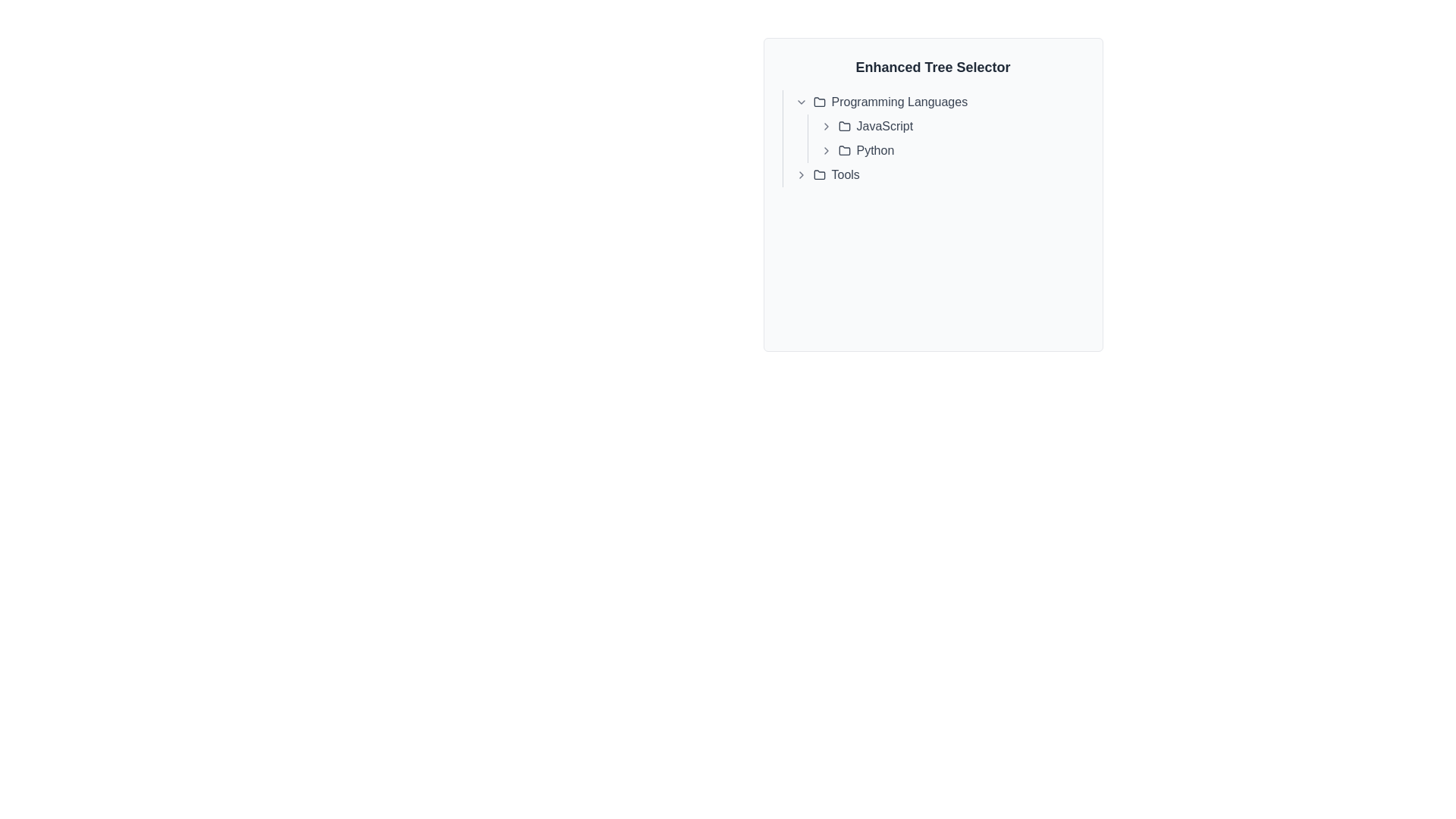  What do you see at coordinates (818, 174) in the screenshot?
I see `the folder icon located at the bottom-left area of the expanded menu panel, adjacent to the 'Tools' text` at bounding box center [818, 174].